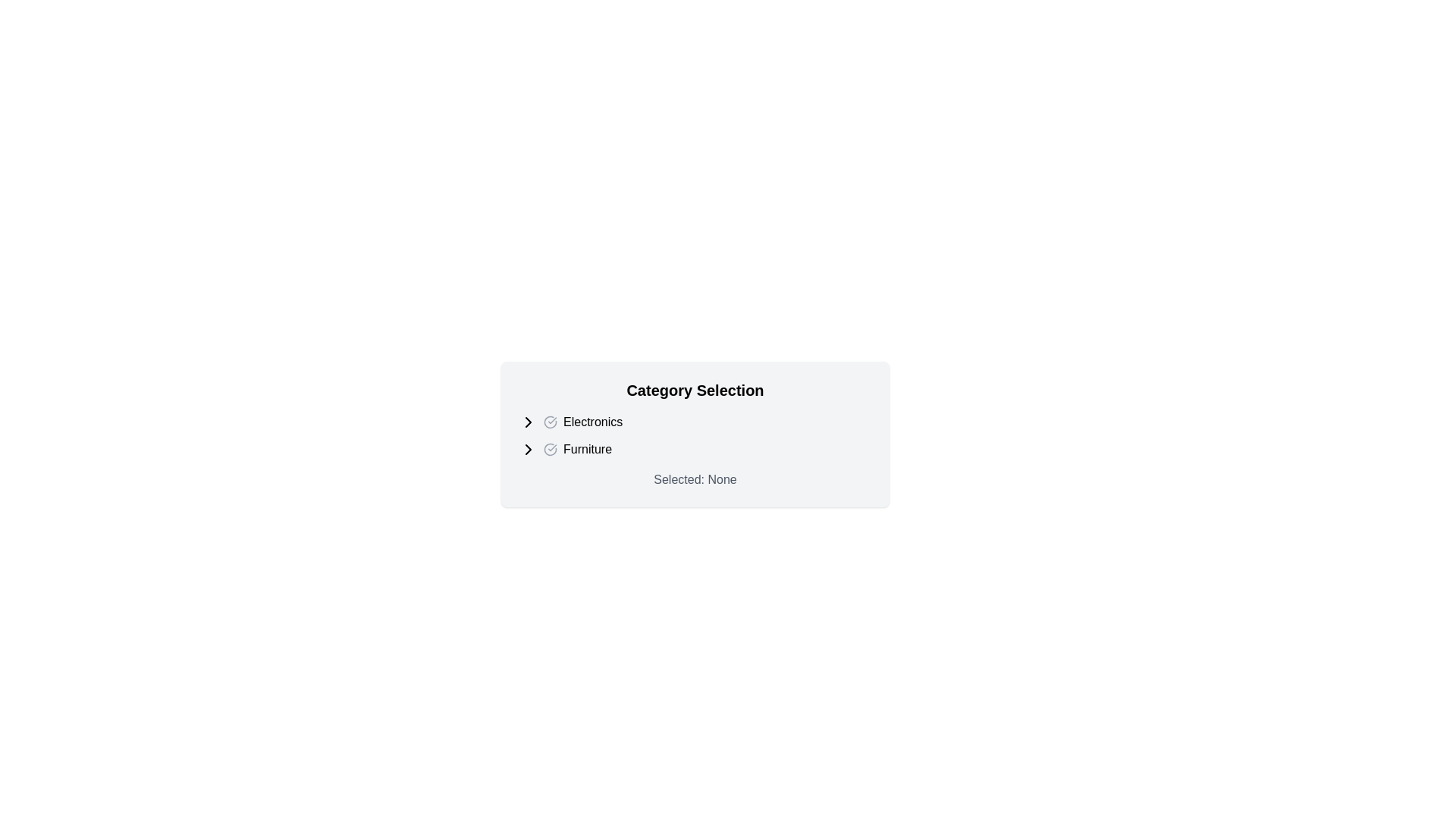 This screenshot has height=819, width=1456. What do you see at coordinates (528, 422) in the screenshot?
I see `the Chevron icon button used for expanding or collapsing the 'Electronics' submenu for keyboard navigation` at bounding box center [528, 422].